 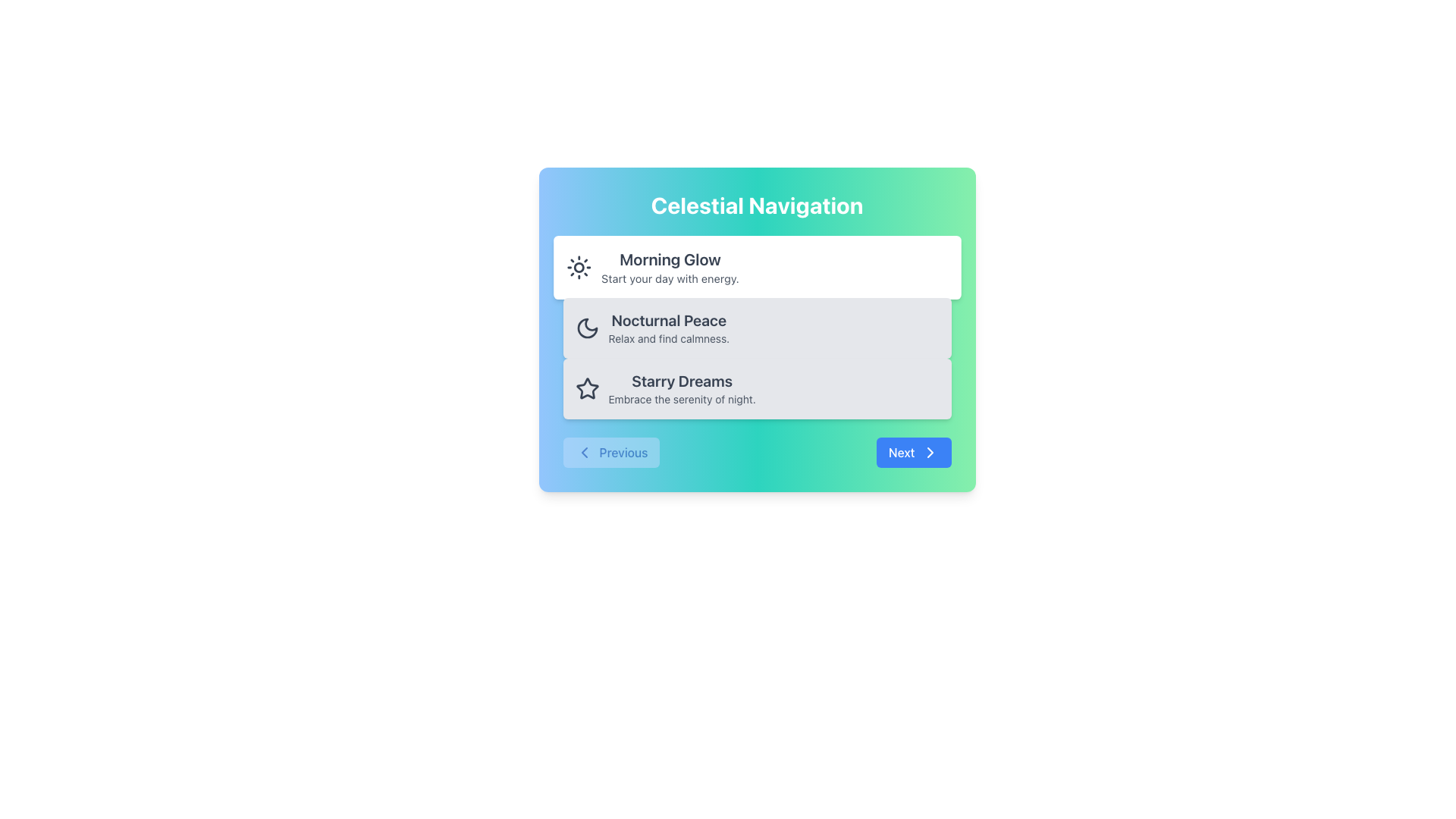 I want to click on the right-pointing chevron arrow icon located to the right side of the 'Next' button in the bottom-right corner of the card, so click(x=929, y=452).